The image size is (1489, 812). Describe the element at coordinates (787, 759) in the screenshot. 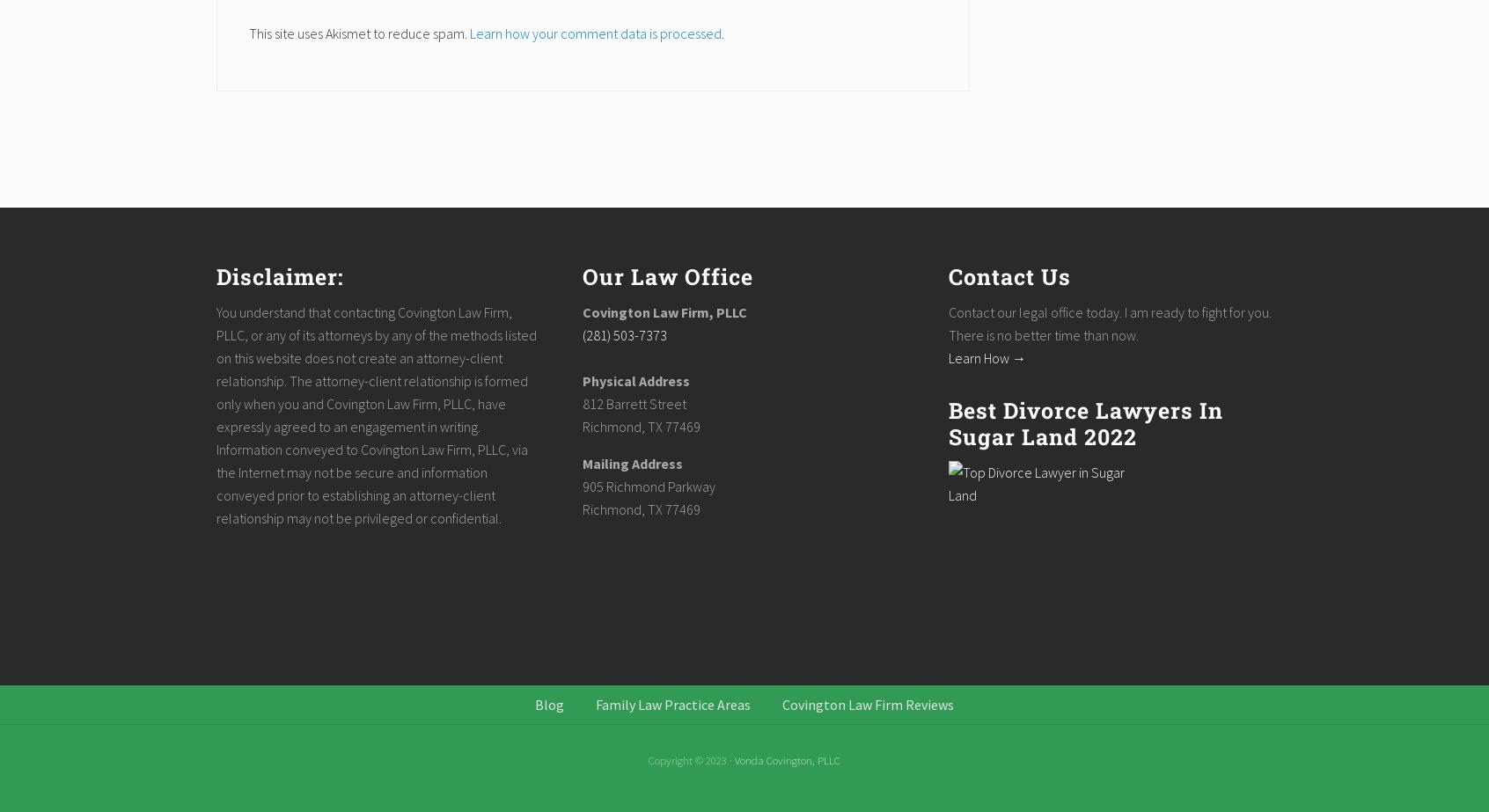

I see `'Vonda Covington, PLLC'` at that location.